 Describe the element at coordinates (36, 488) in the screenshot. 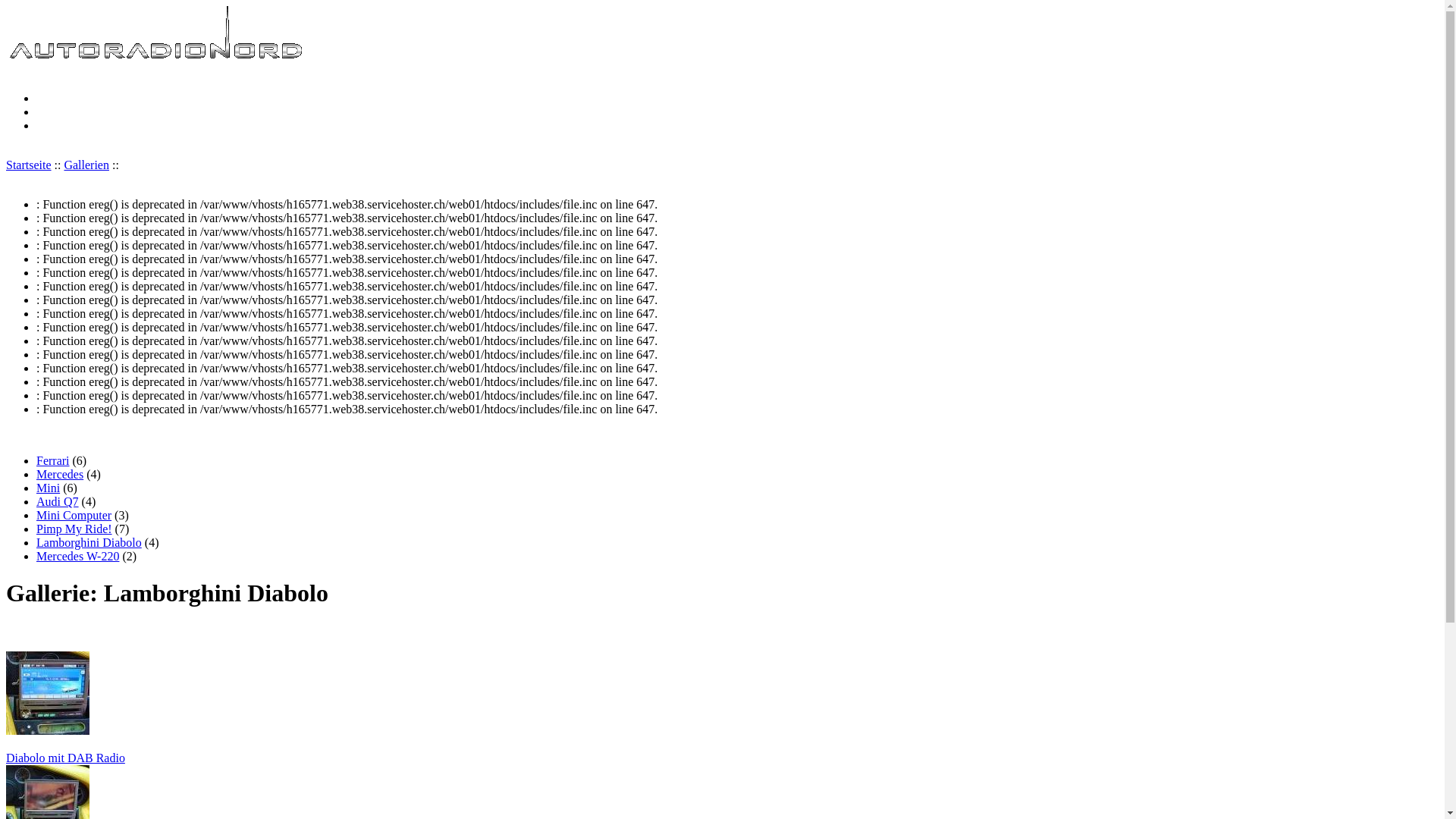

I see `'Mini'` at that location.